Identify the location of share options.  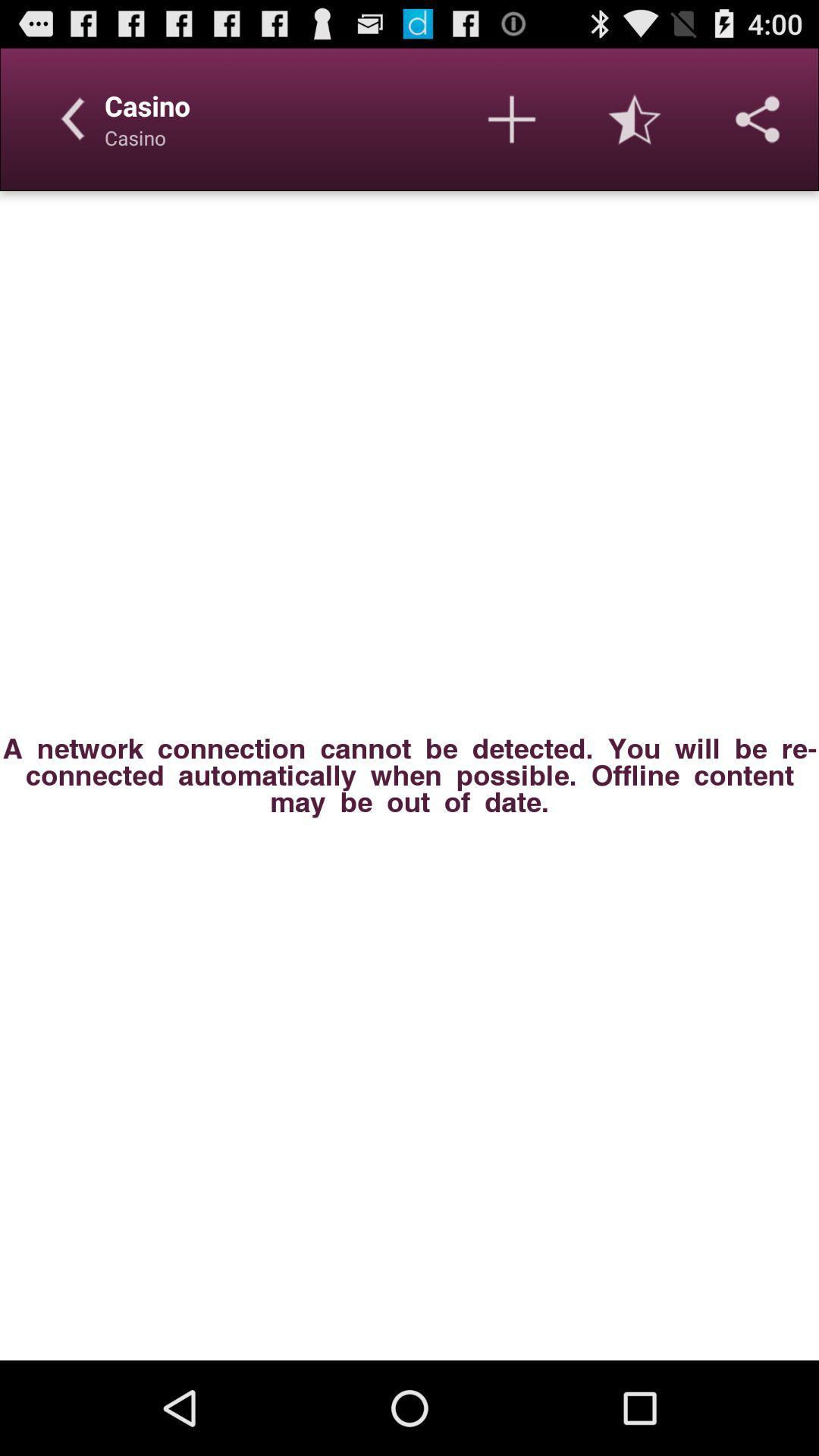
(758, 118).